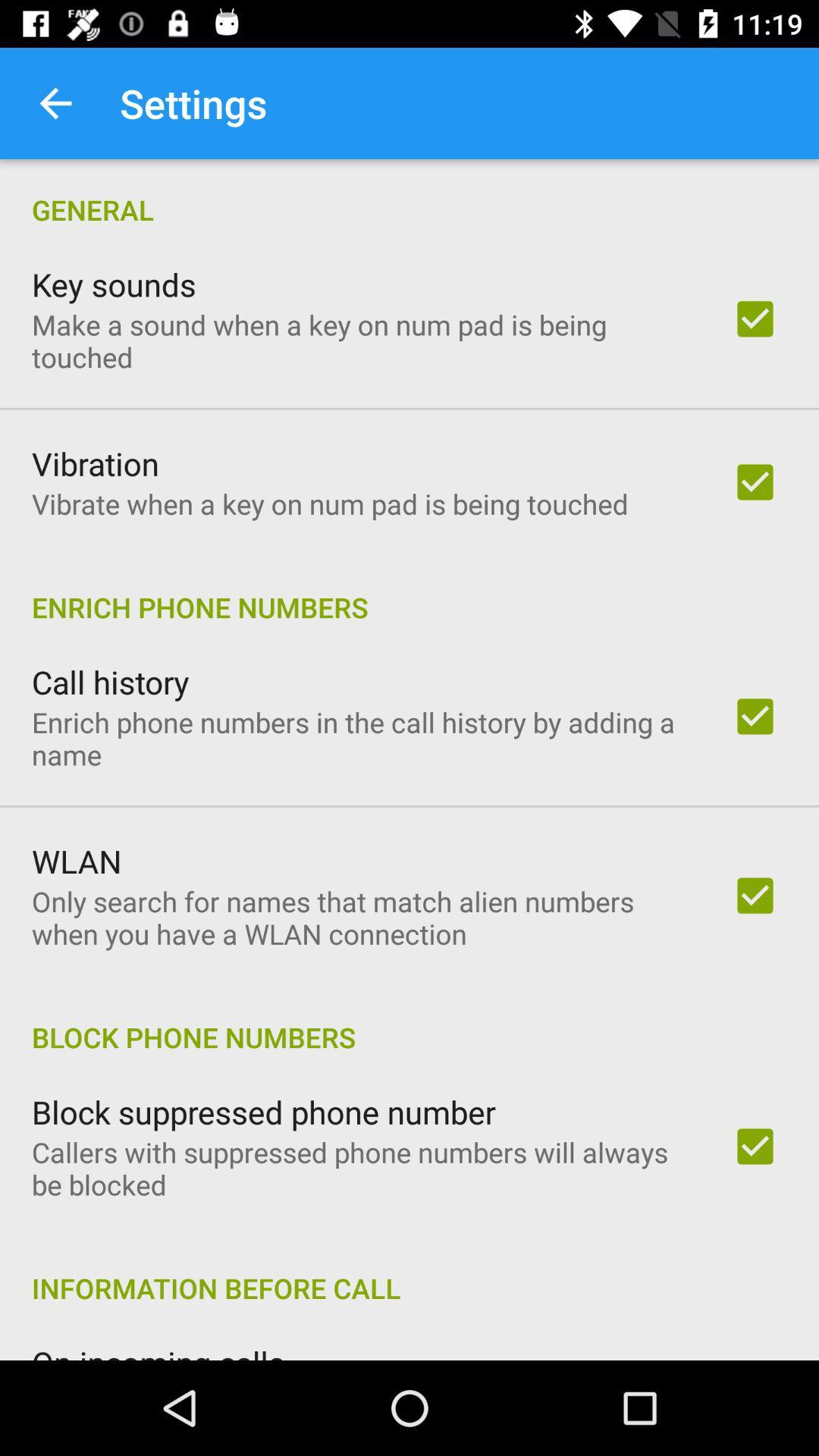 This screenshot has height=1456, width=819. I want to click on icon above vibration icon, so click(362, 340).